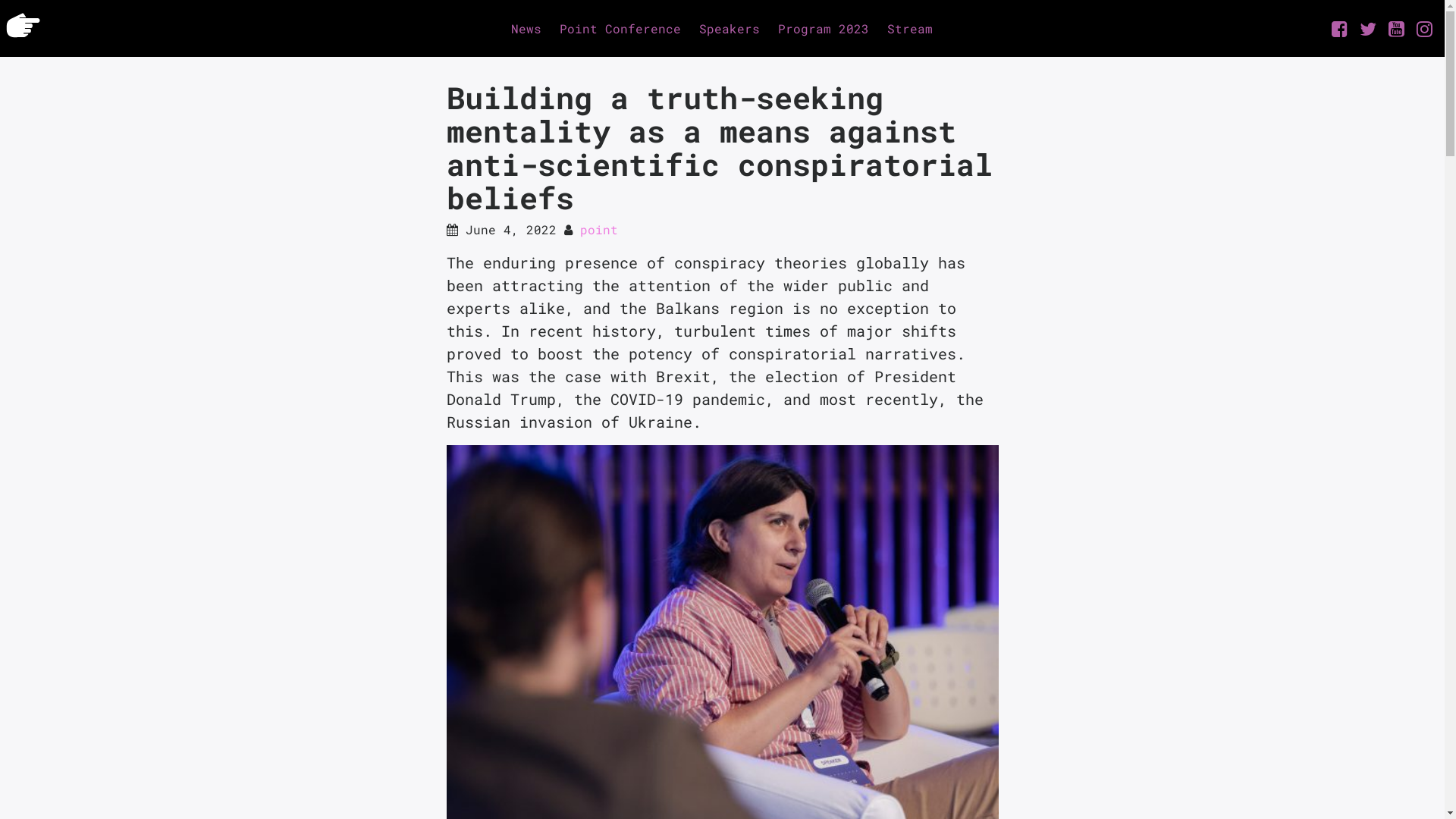 This screenshot has width=1456, height=819. Describe the element at coordinates (1395, 29) in the screenshot. I see `'youtube'` at that location.